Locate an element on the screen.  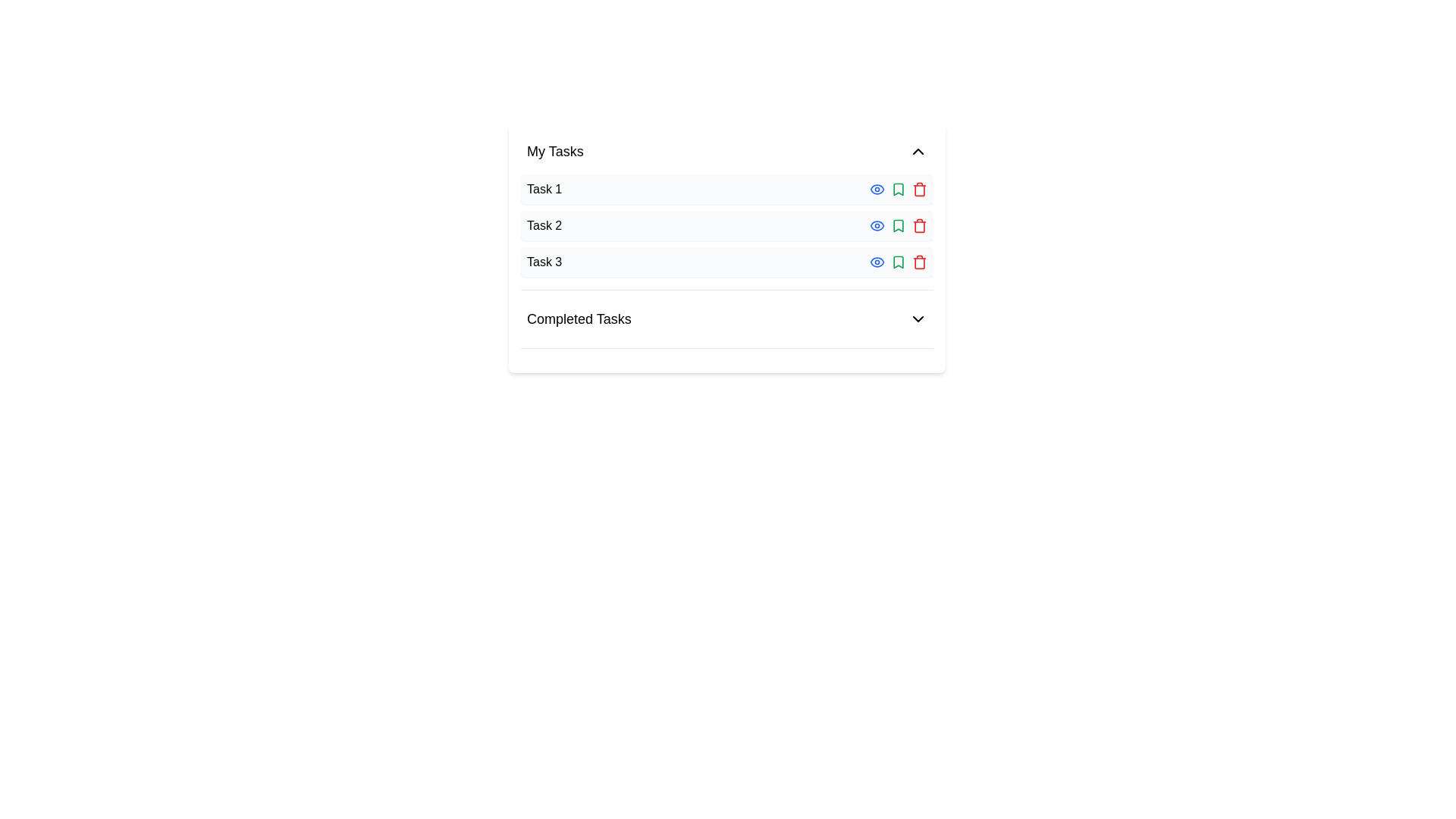
the delete icon button for 'Task 3' in the third row of the 'My Tasks' card is located at coordinates (919, 262).